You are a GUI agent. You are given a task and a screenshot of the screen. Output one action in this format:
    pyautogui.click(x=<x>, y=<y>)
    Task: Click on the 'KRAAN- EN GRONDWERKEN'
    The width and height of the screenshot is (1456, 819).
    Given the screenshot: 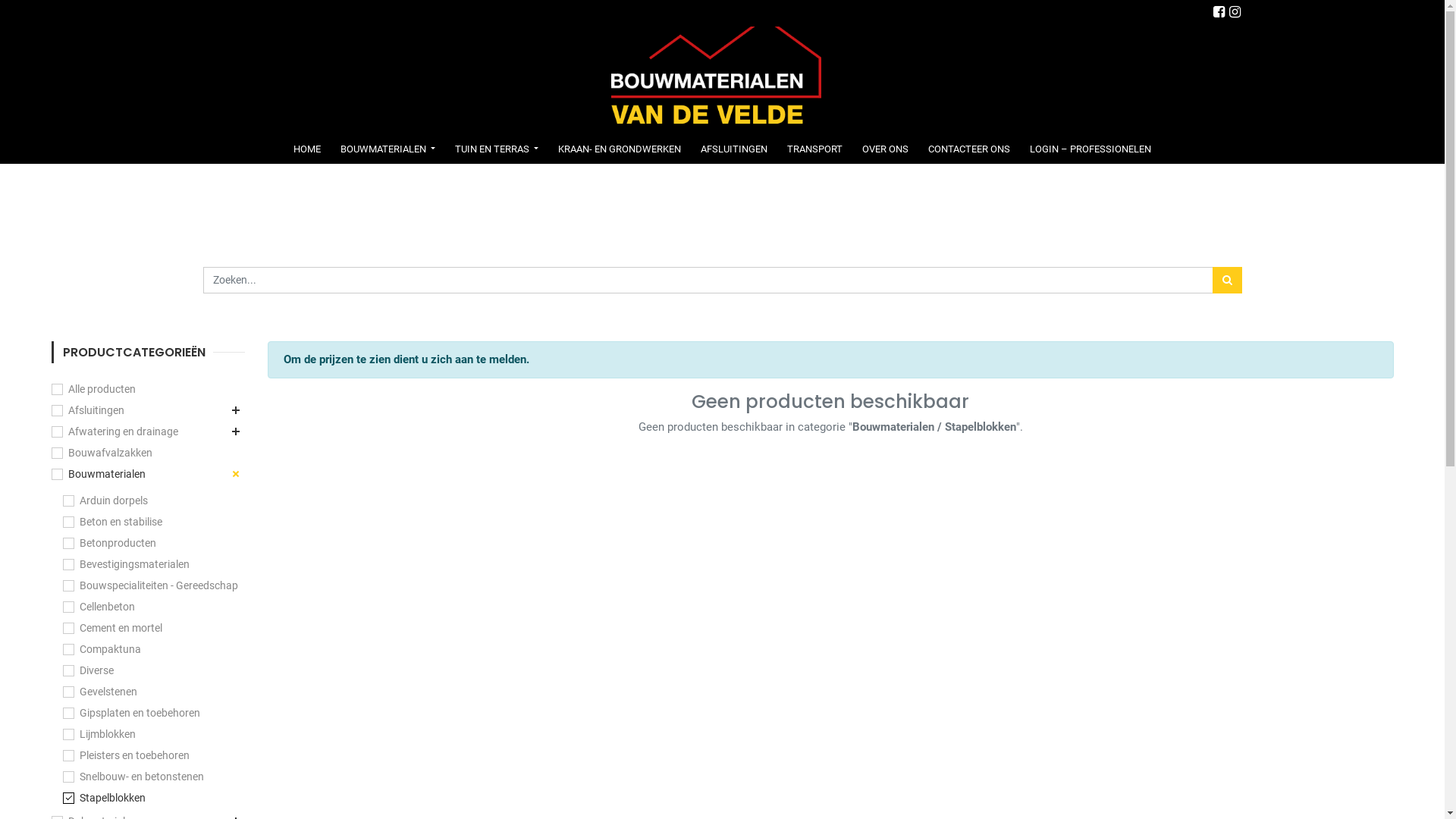 What is the action you would take?
    pyautogui.click(x=619, y=149)
    